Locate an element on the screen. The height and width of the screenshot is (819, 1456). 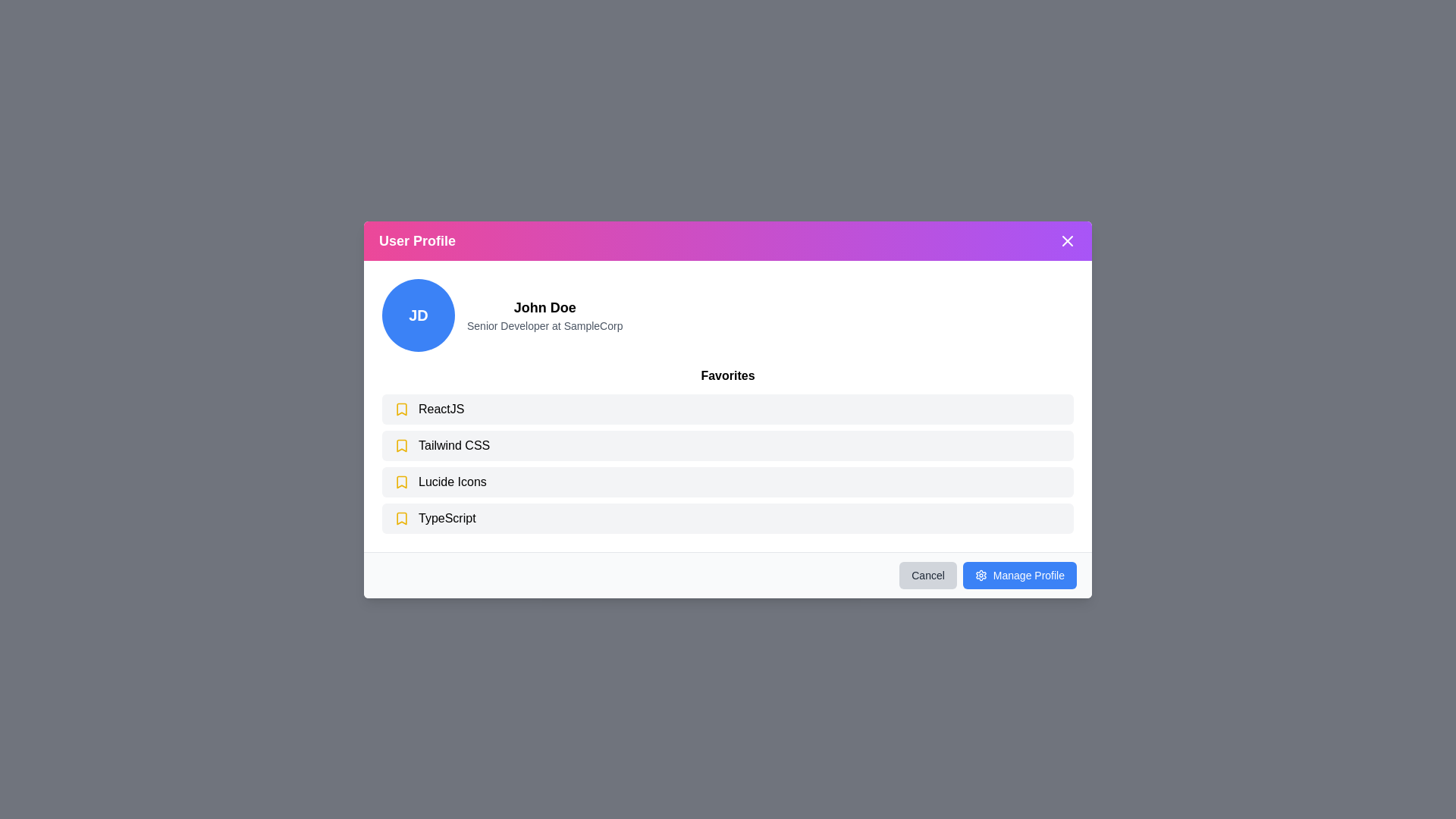
the gear-shaped icon within the 'Manage Profile' button located at the bottom-right of the user profile interface is located at coordinates (981, 575).